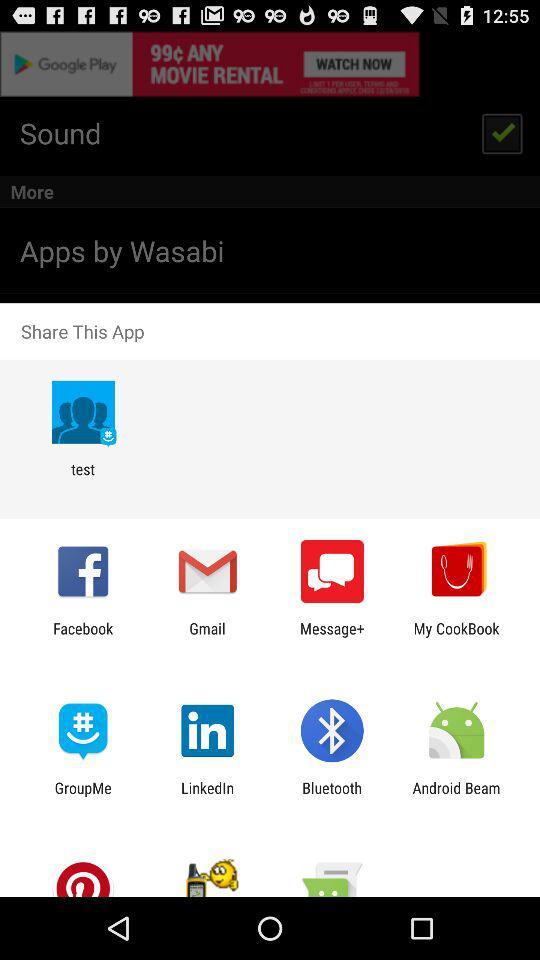  What do you see at coordinates (332, 636) in the screenshot?
I see `app next to gmail icon` at bounding box center [332, 636].